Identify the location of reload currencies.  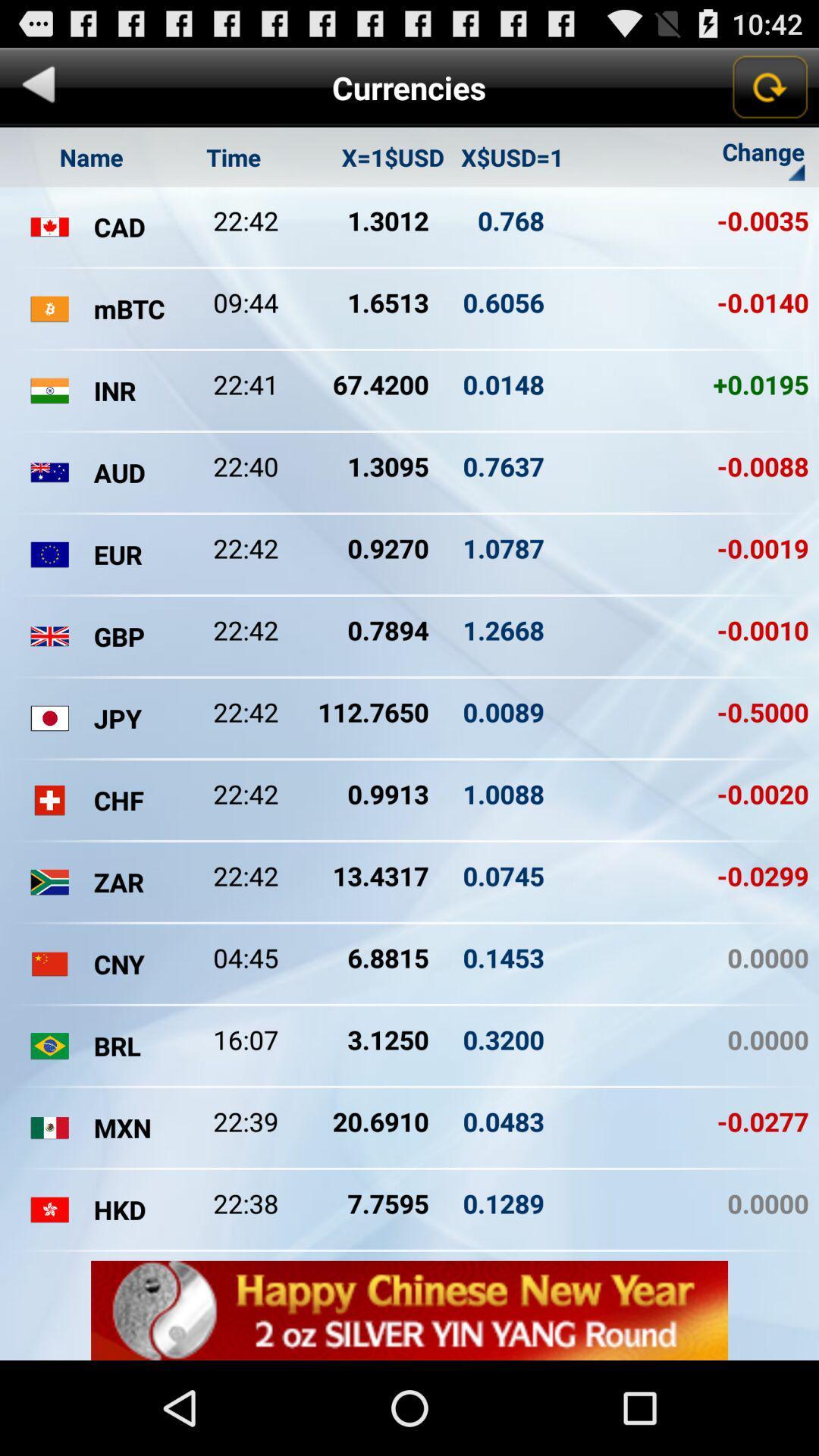
(769, 86).